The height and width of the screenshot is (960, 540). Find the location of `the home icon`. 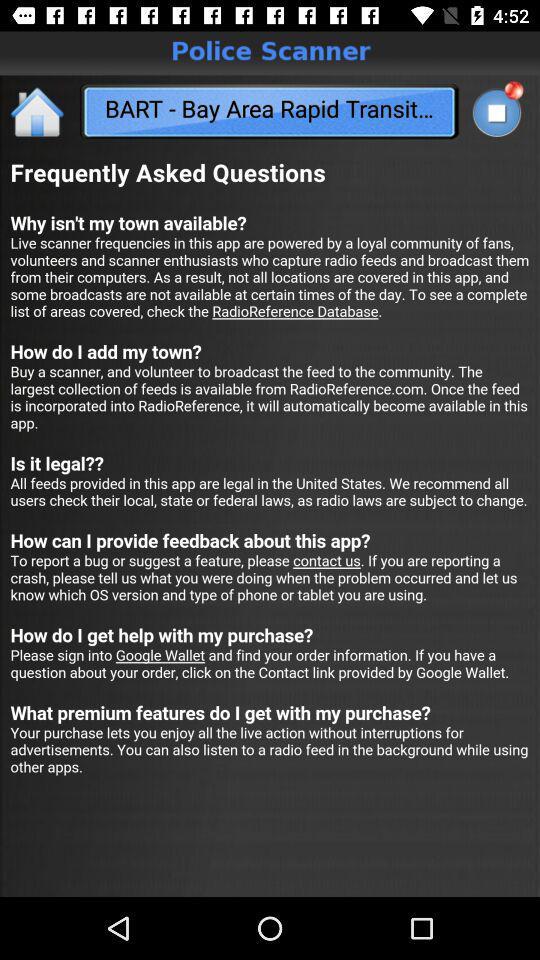

the home icon is located at coordinates (38, 111).